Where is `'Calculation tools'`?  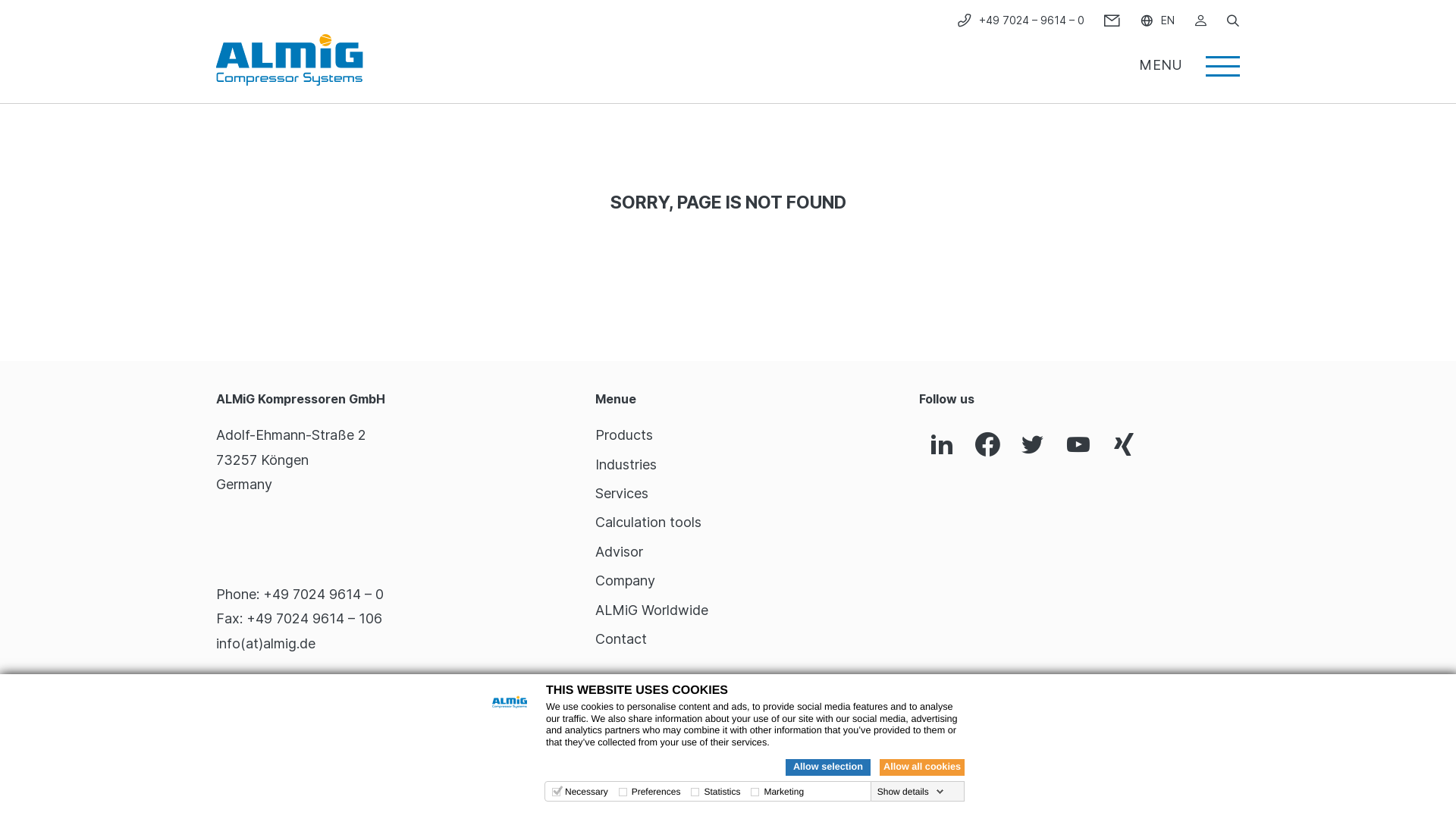
'Calculation tools' is located at coordinates (648, 521).